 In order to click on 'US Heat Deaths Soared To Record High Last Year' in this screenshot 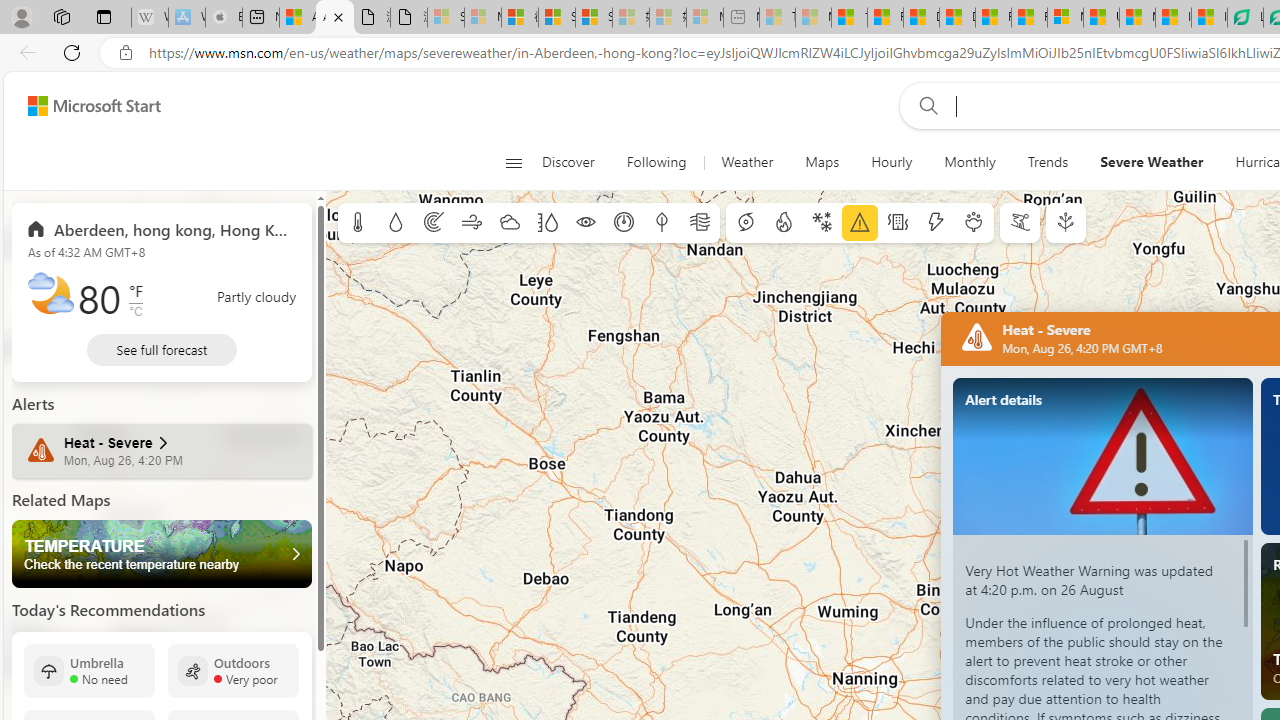, I will do `click(1100, 17)`.